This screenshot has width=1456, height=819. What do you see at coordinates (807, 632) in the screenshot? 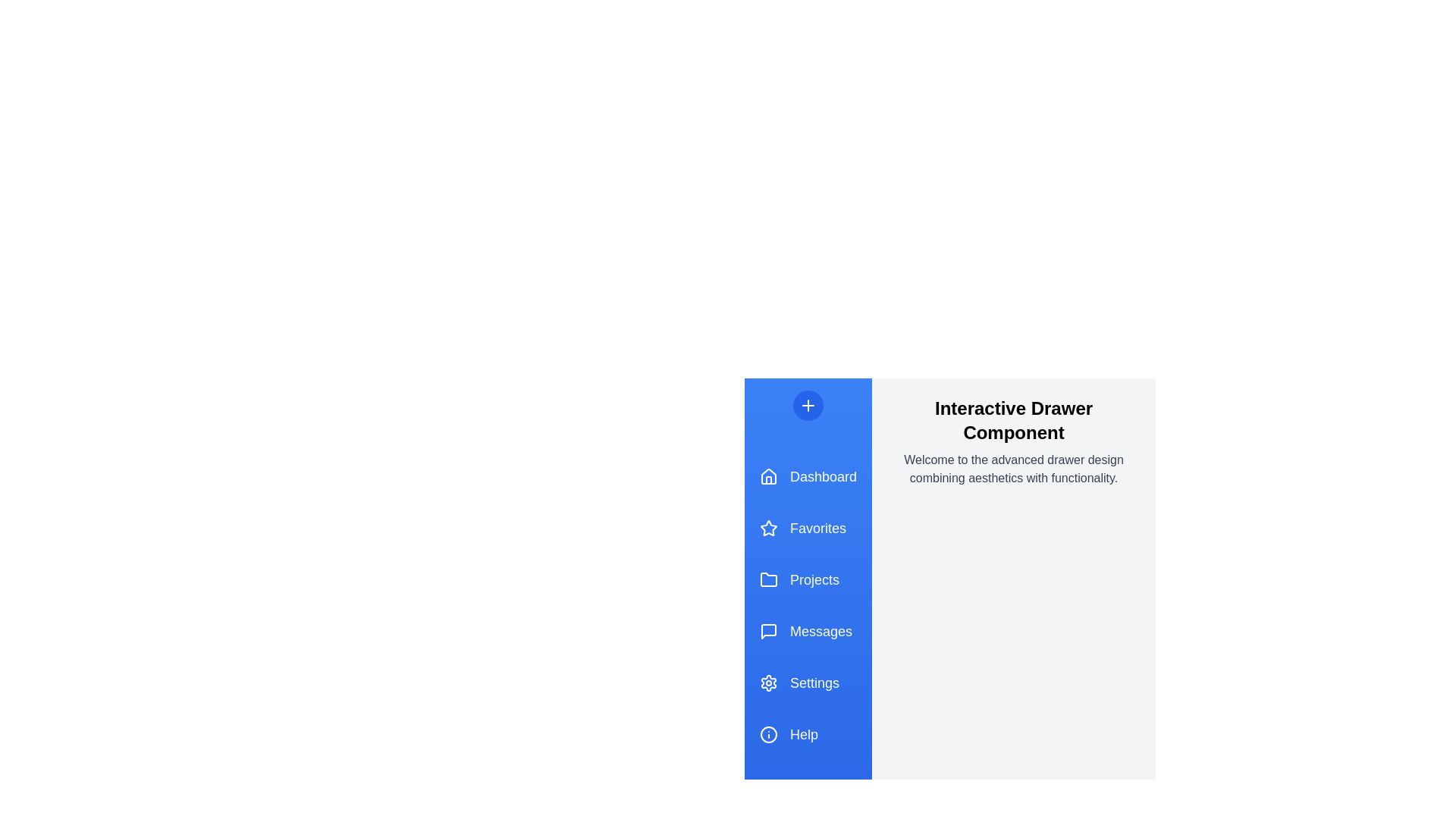
I see `the menu item Messages in the drawer` at bounding box center [807, 632].